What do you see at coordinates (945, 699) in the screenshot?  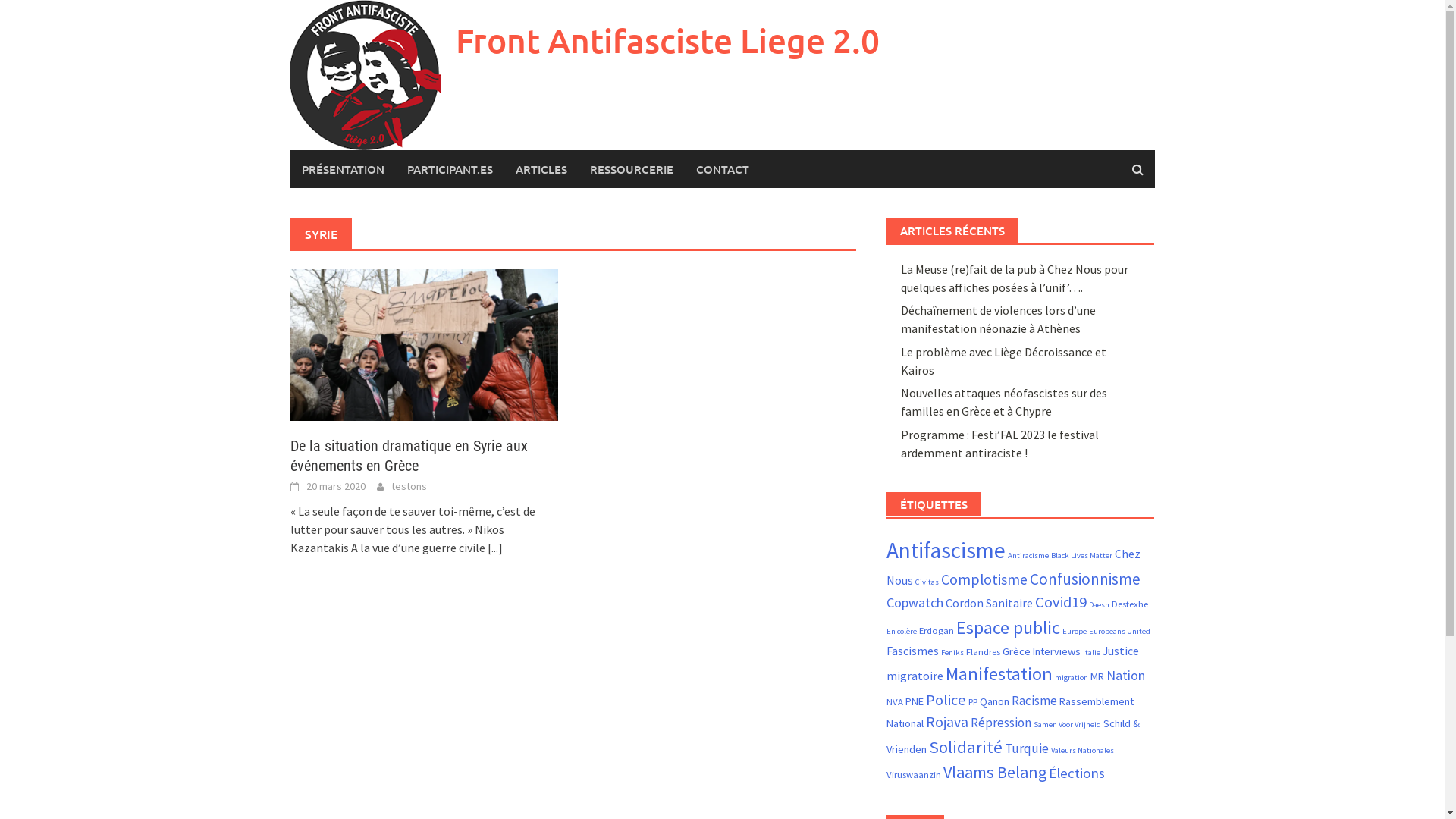 I see `'Police'` at bounding box center [945, 699].